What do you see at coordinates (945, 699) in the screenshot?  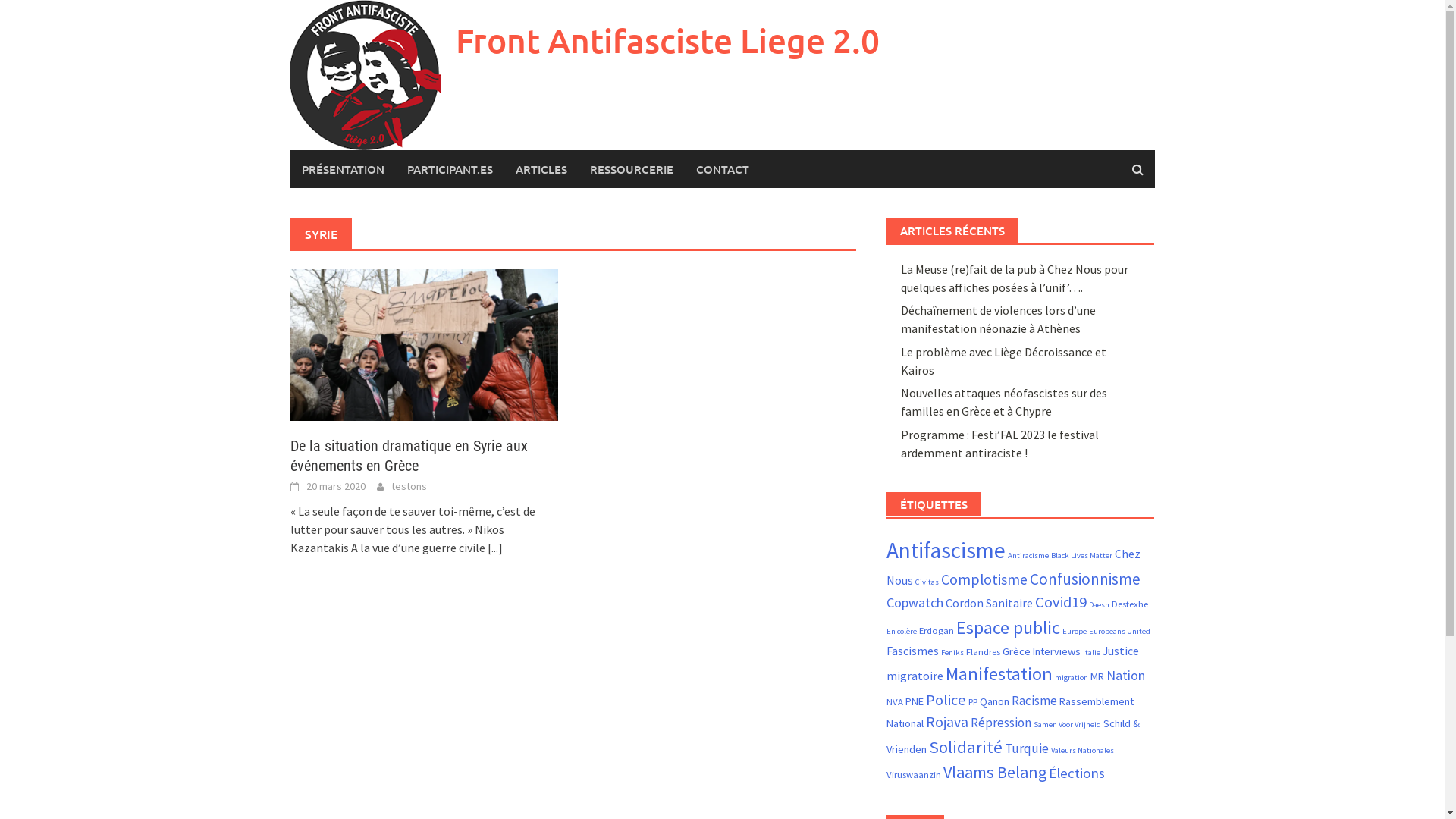 I see `'Police'` at bounding box center [945, 699].